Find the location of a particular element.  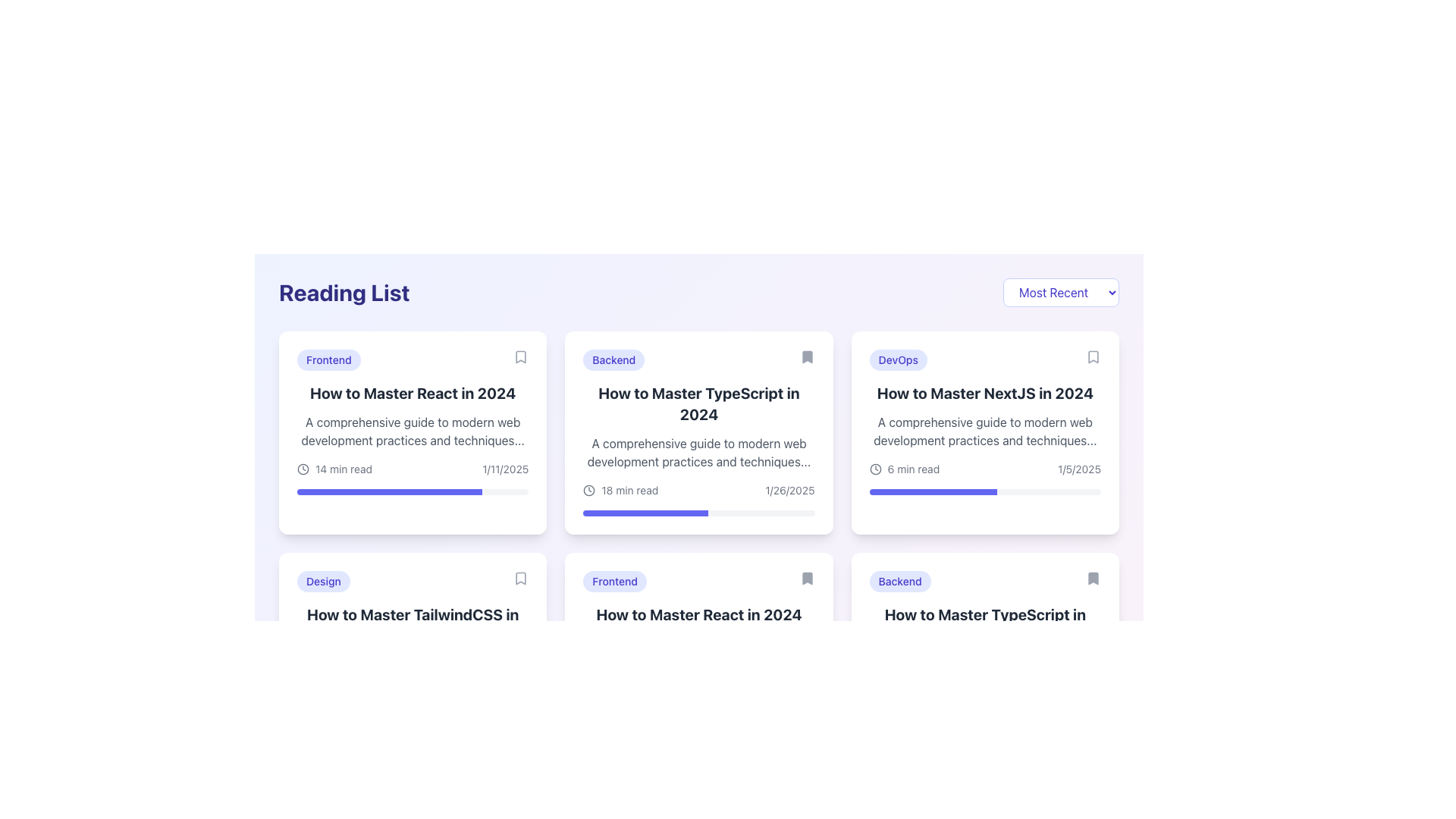

the outer boundary circle of the clock icon representation, which is the largest circular feature among its siblings is located at coordinates (303, 468).